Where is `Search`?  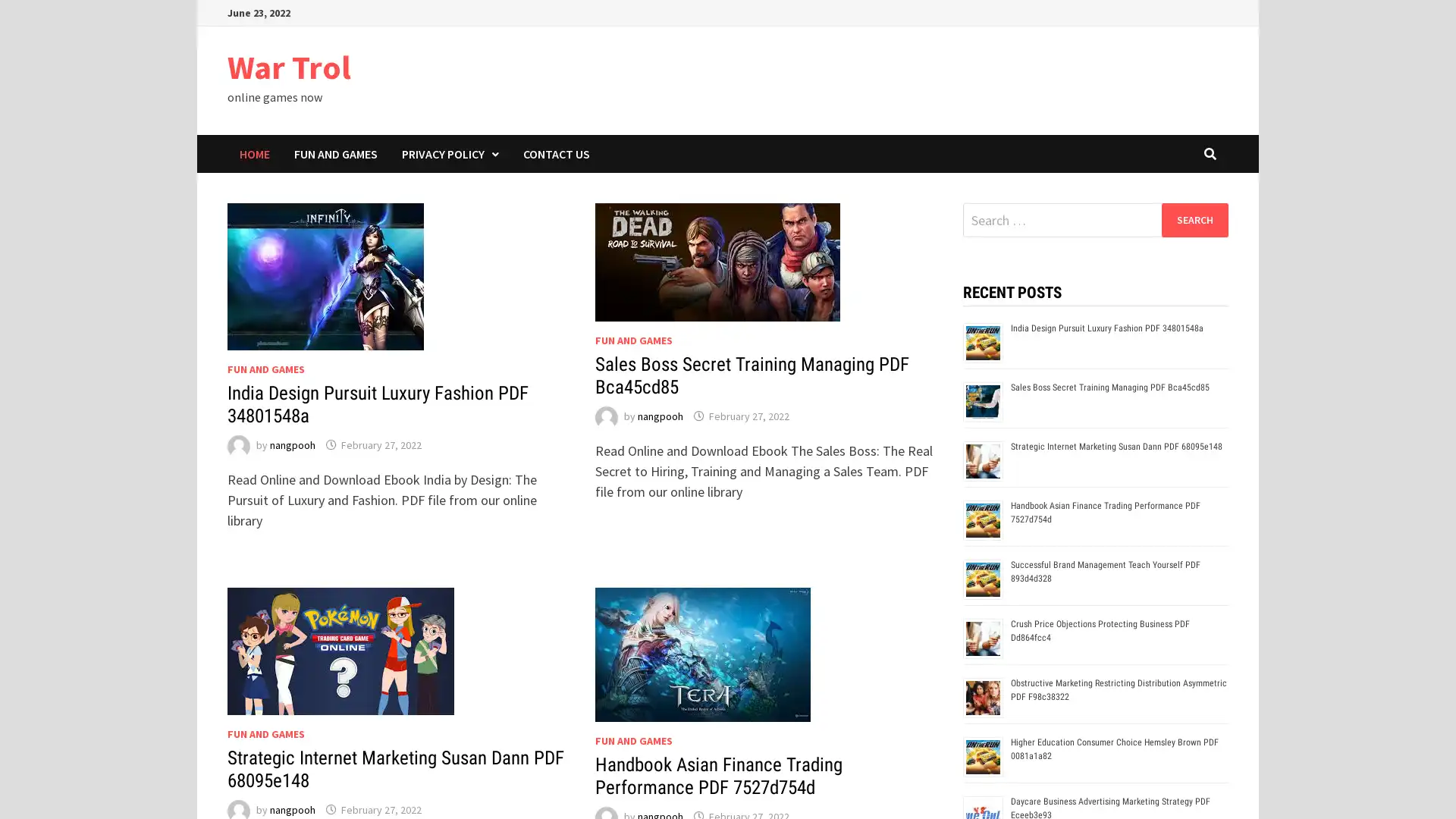 Search is located at coordinates (1194, 219).